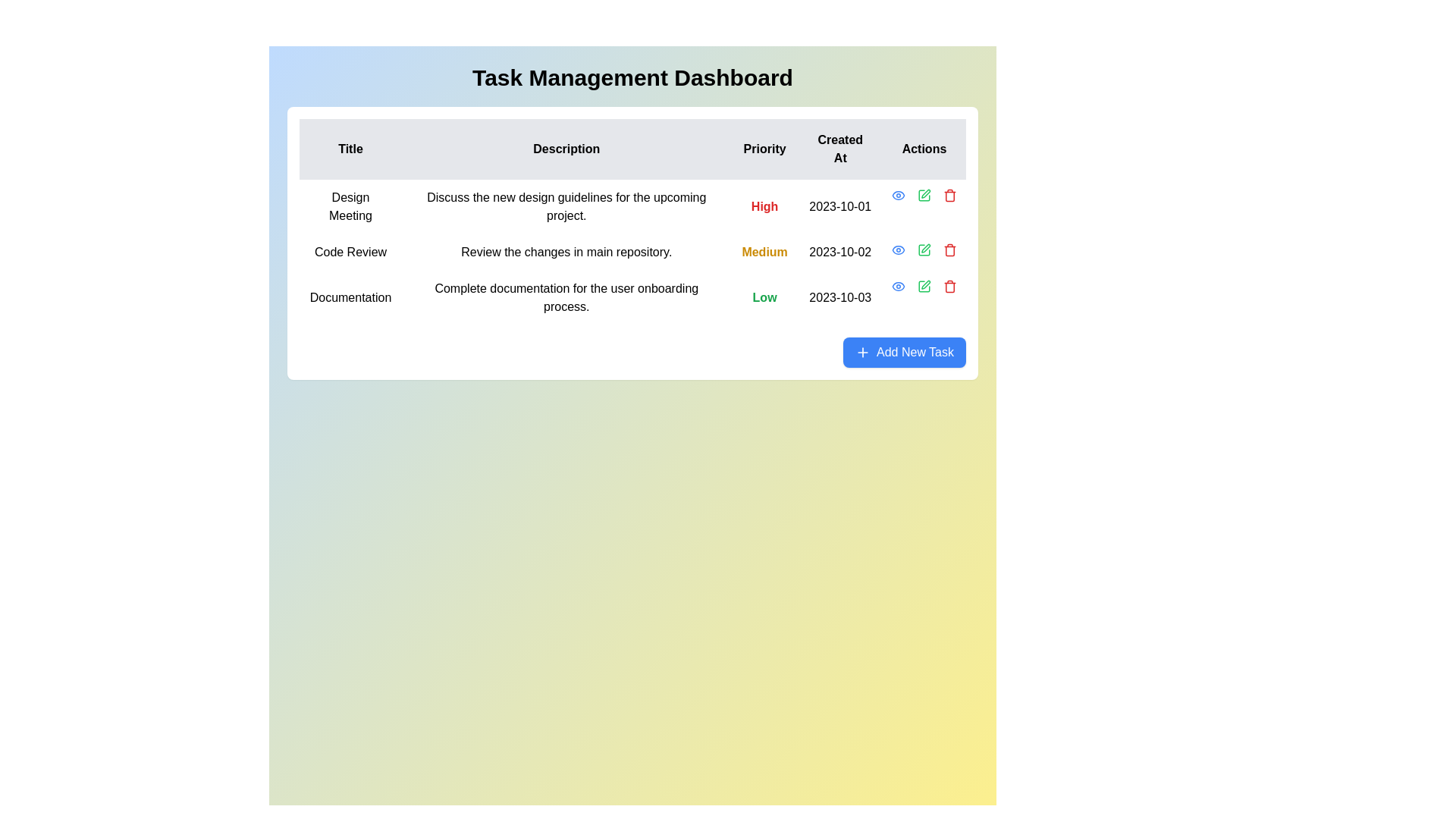 This screenshot has width=1456, height=819. What do you see at coordinates (862, 353) in the screenshot?
I see `the small blue plus icon within the 'Add New Task' button located at the bottom right corner of the task management section` at bounding box center [862, 353].